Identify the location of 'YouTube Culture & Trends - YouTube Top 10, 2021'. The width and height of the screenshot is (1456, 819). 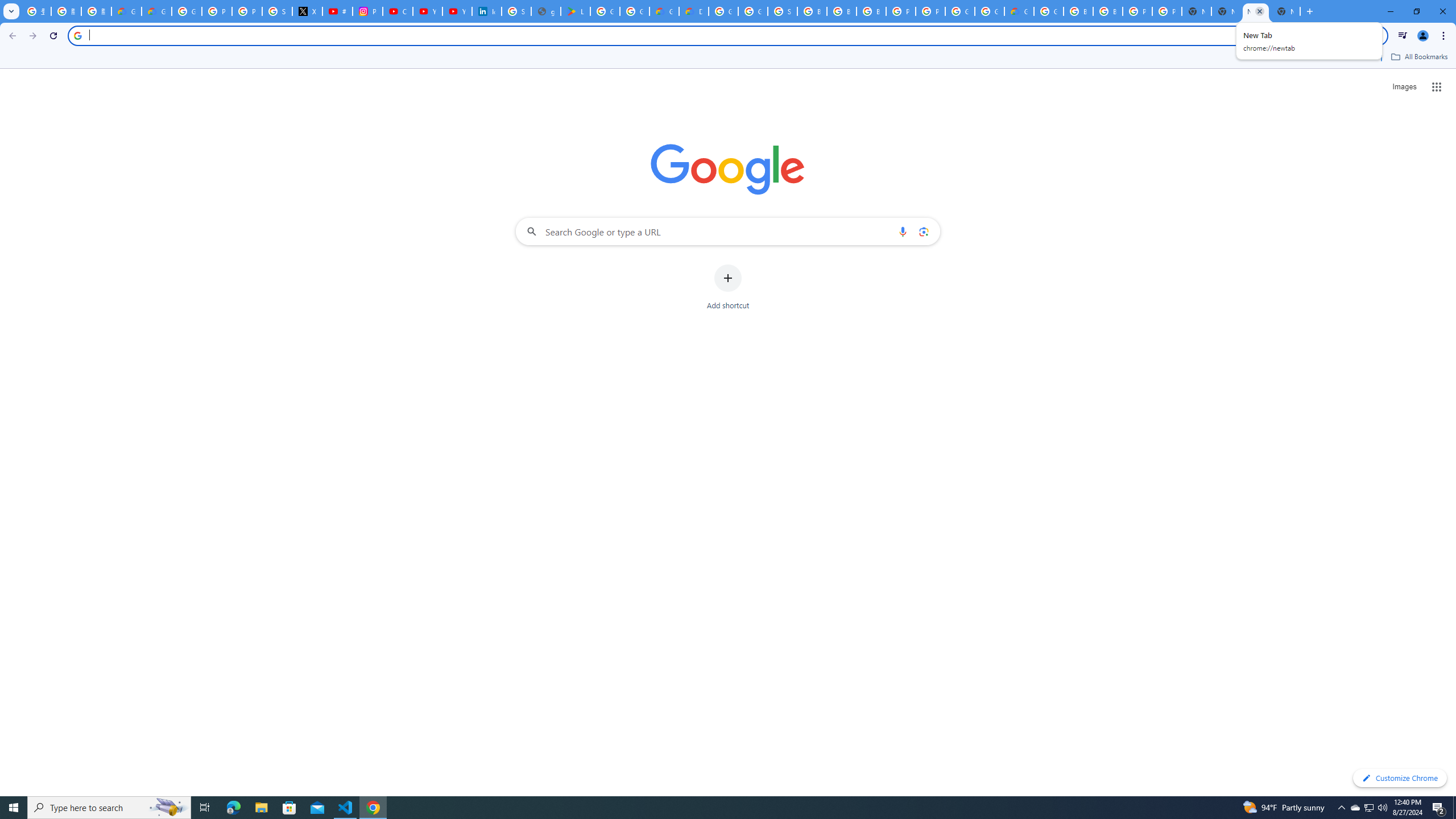
(457, 11).